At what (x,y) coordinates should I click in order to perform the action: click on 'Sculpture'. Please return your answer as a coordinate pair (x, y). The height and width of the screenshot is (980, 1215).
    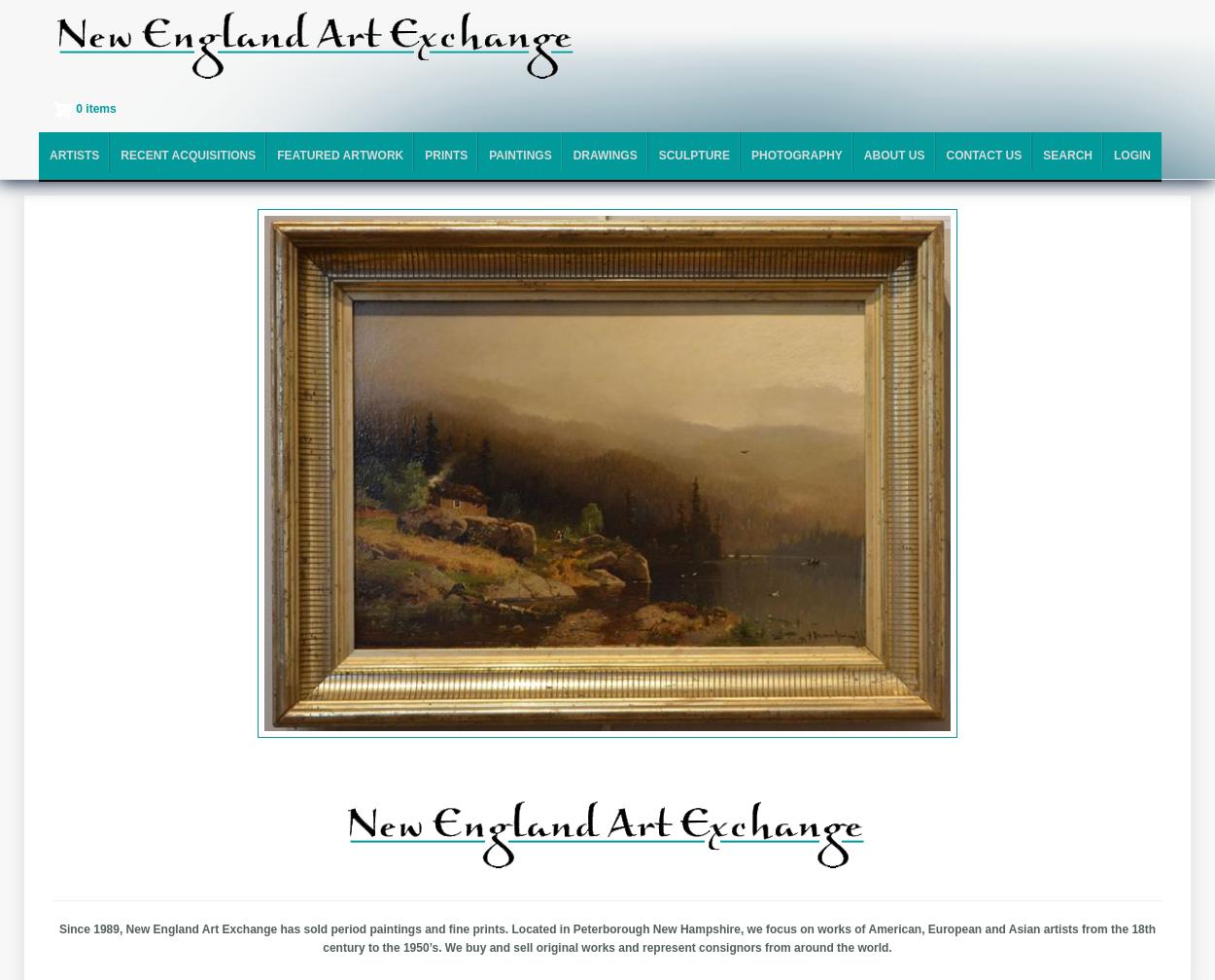
    Looking at the image, I should click on (693, 155).